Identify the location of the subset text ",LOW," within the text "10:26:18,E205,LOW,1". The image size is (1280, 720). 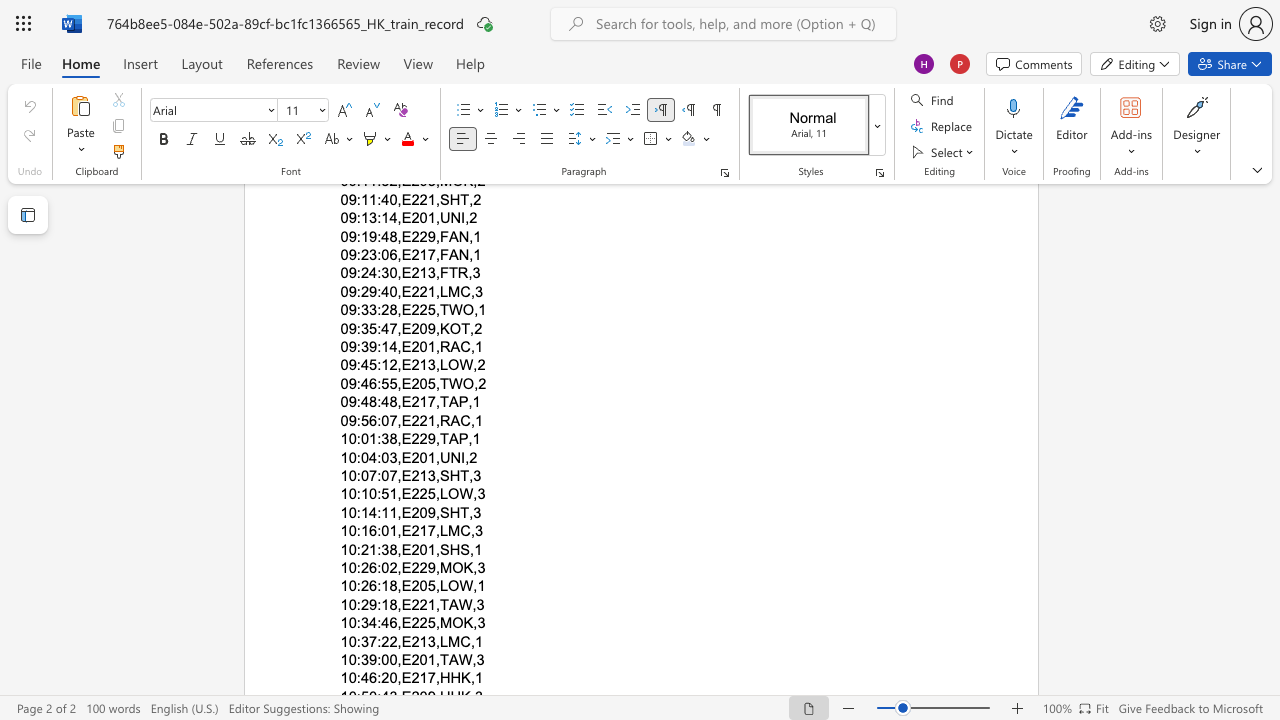
(434, 585).